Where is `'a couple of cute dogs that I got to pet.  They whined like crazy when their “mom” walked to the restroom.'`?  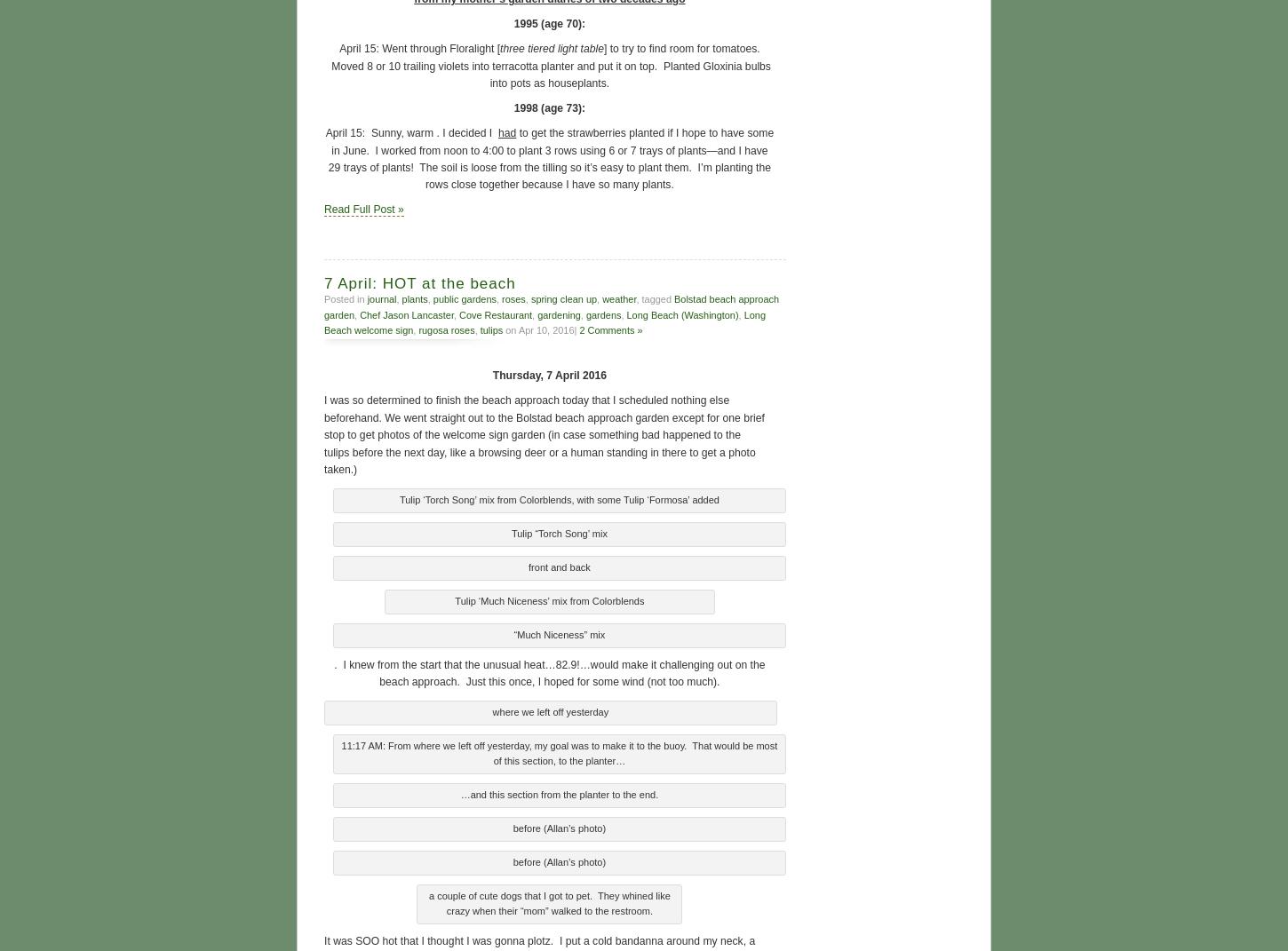
'a couple of cute dogs that I got to pet.  They whined like crazy when their “mom” walked to the restroom.' is located at coordinates (547, 900).